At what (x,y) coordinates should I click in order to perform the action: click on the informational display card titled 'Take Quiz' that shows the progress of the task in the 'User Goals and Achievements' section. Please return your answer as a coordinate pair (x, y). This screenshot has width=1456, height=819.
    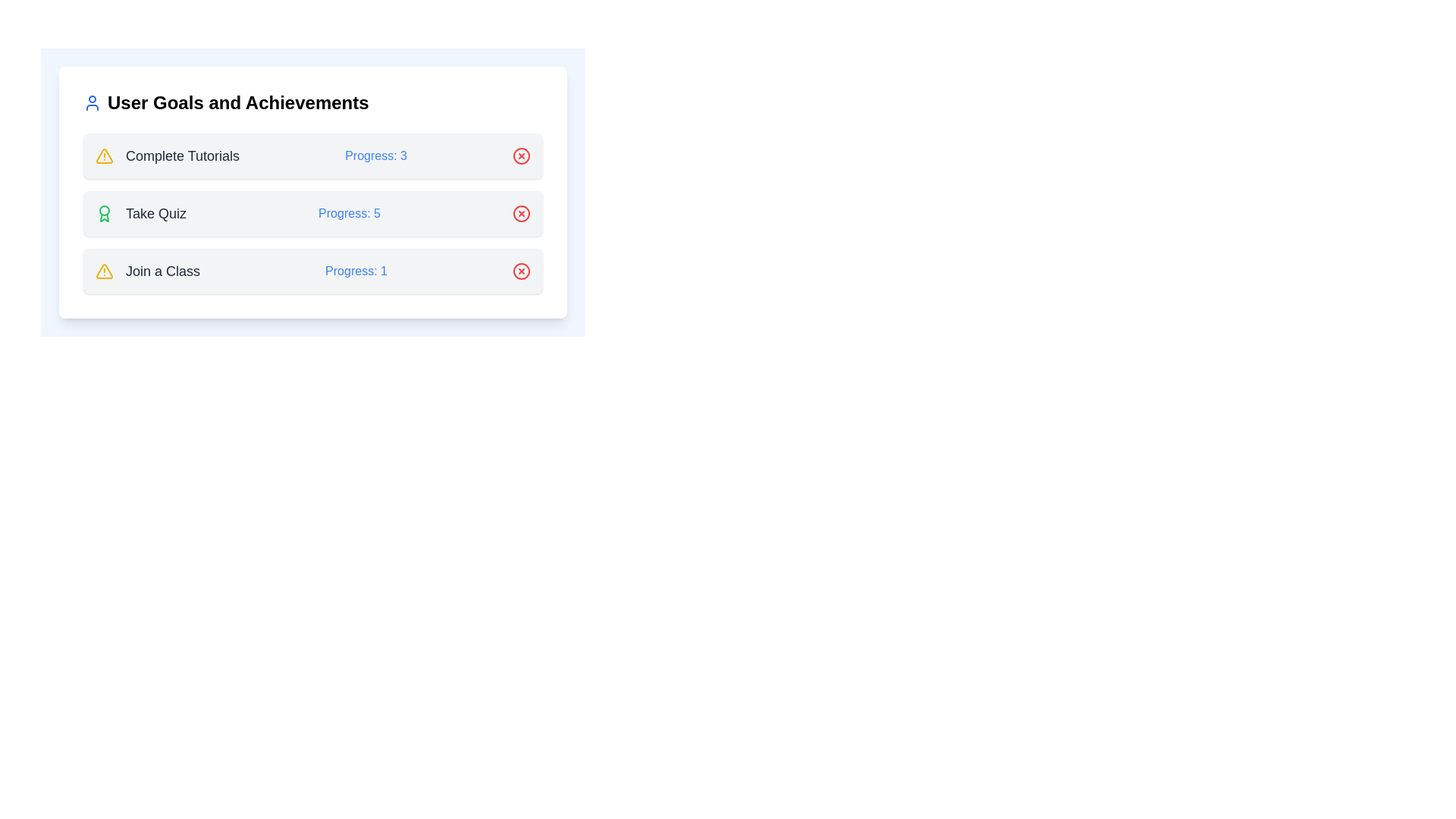
    Looking at the image, I should click on (312, 192).